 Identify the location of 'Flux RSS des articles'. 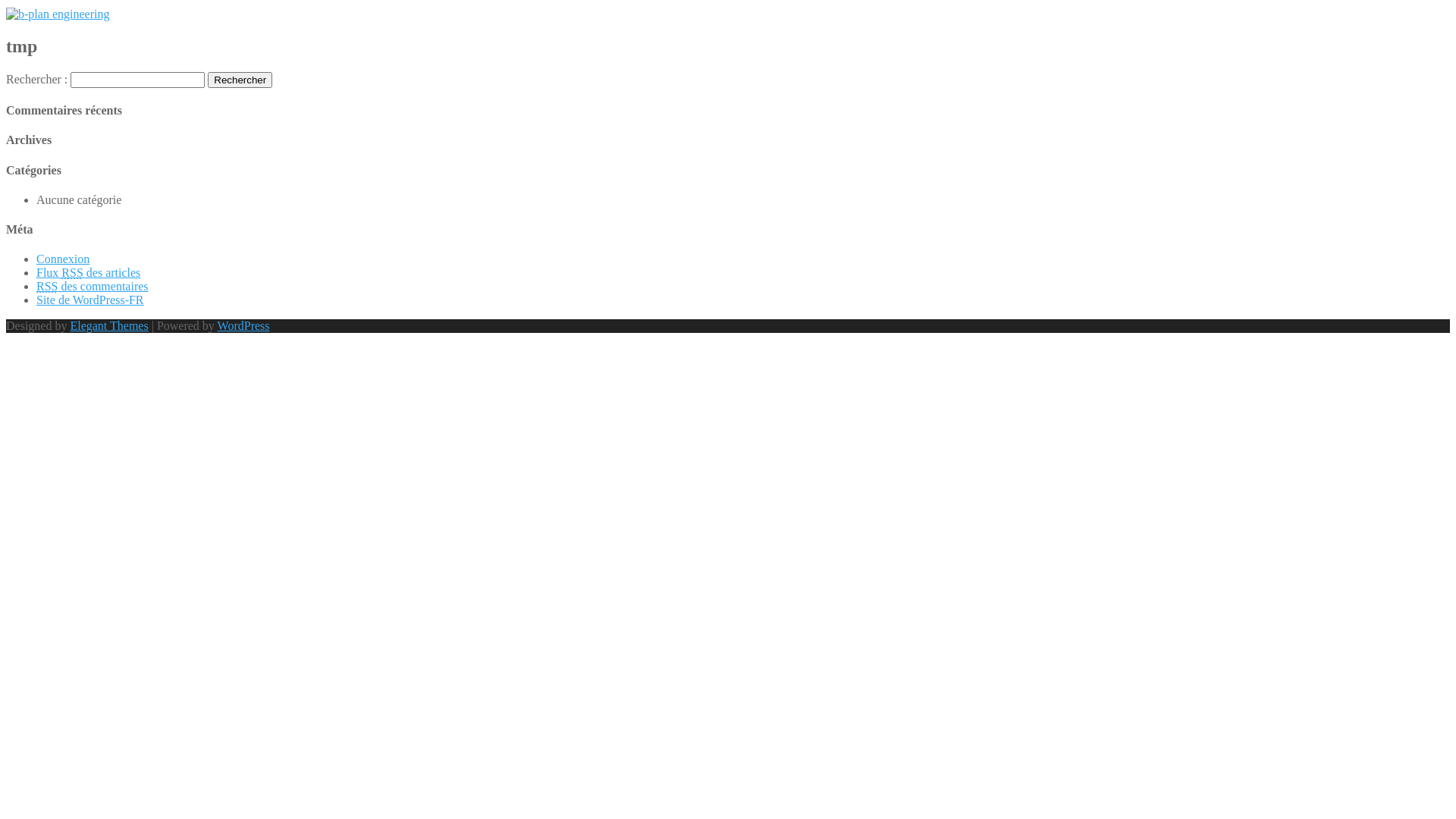
(87, 271).